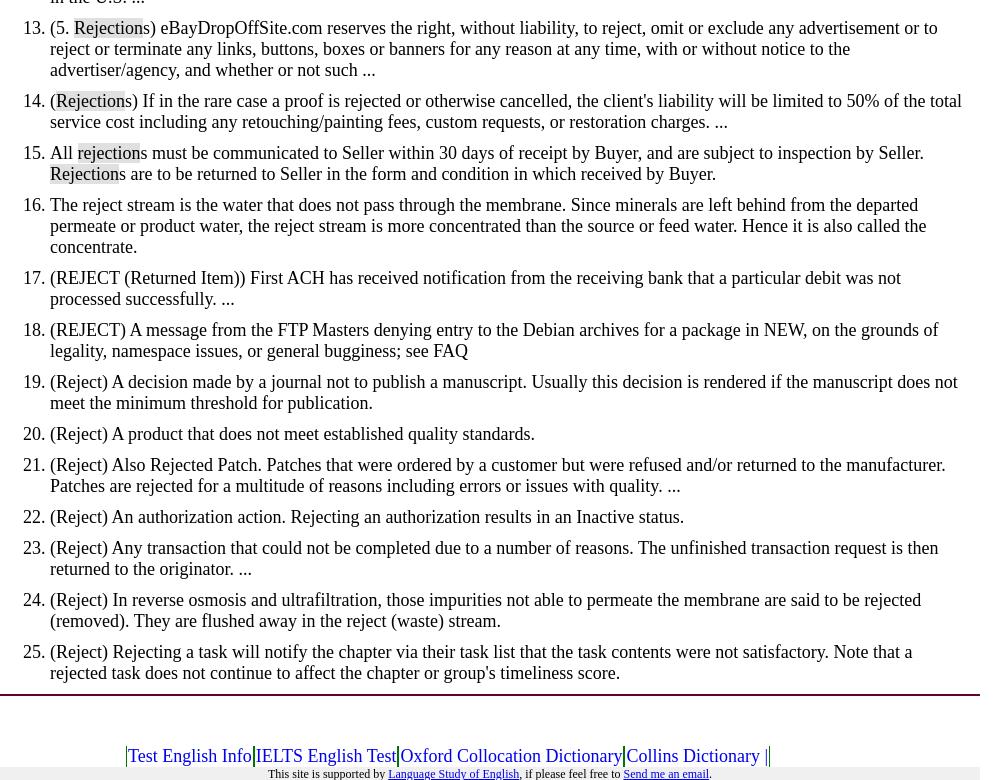 Image resolution: width=1000 pixels, height=780 pixels. Describe the element at coordinates (493, 557) in the screenshot. I see `'(Reject) Any transaction that could not be completed due to a number of reasons. The unfinished transaction request is then returned to the originator. ...'` at that location.